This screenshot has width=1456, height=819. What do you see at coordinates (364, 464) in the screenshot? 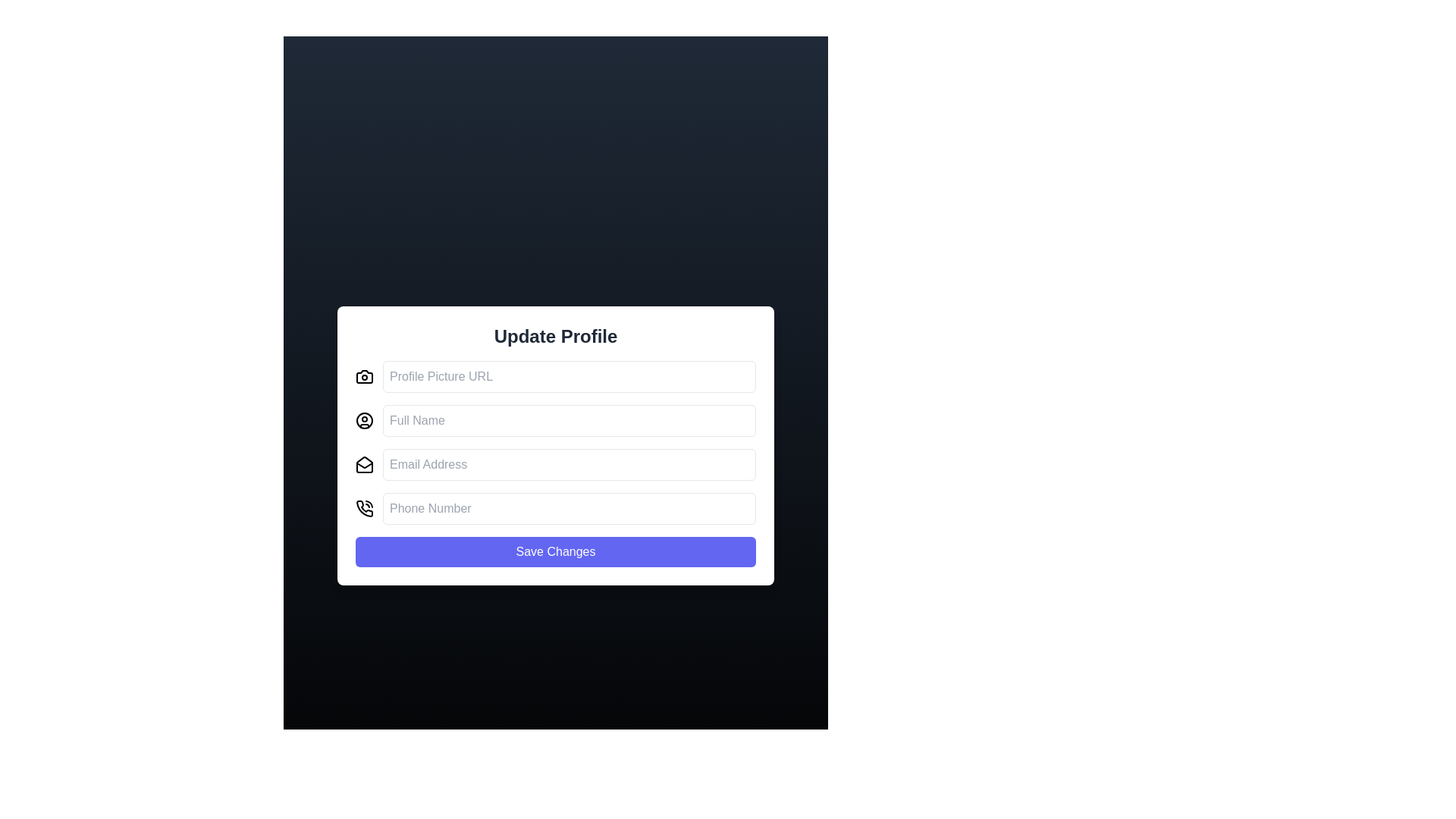
I see `the email address icon located to the left of the 'Email Address' input field` at bounding box center [364, 464].